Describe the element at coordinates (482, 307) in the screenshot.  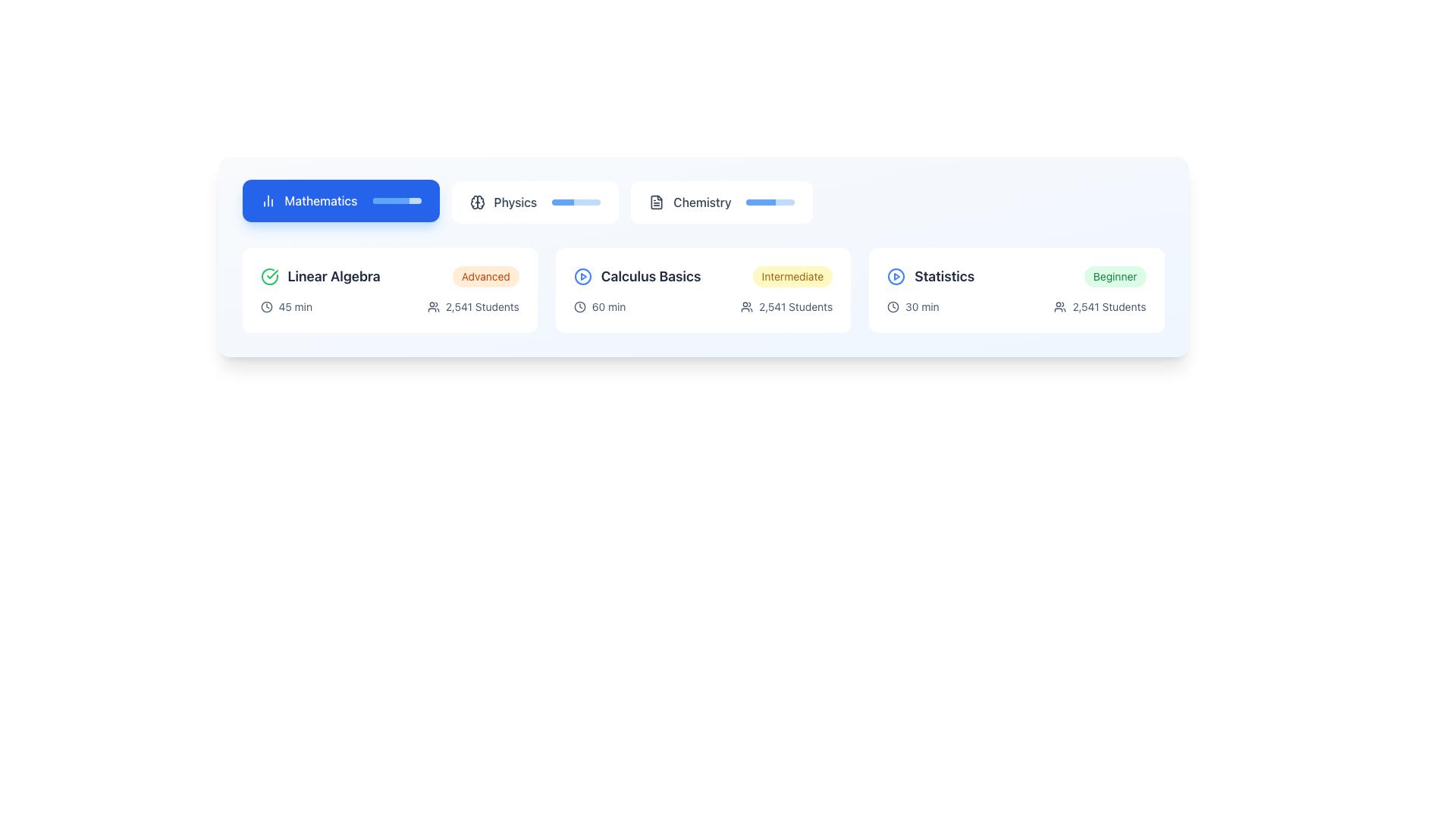
I see `the static text label displaying '2,541 Students', located in the lower portion of the 'Linear Algebra' card, to the right of the users icon` at that location.